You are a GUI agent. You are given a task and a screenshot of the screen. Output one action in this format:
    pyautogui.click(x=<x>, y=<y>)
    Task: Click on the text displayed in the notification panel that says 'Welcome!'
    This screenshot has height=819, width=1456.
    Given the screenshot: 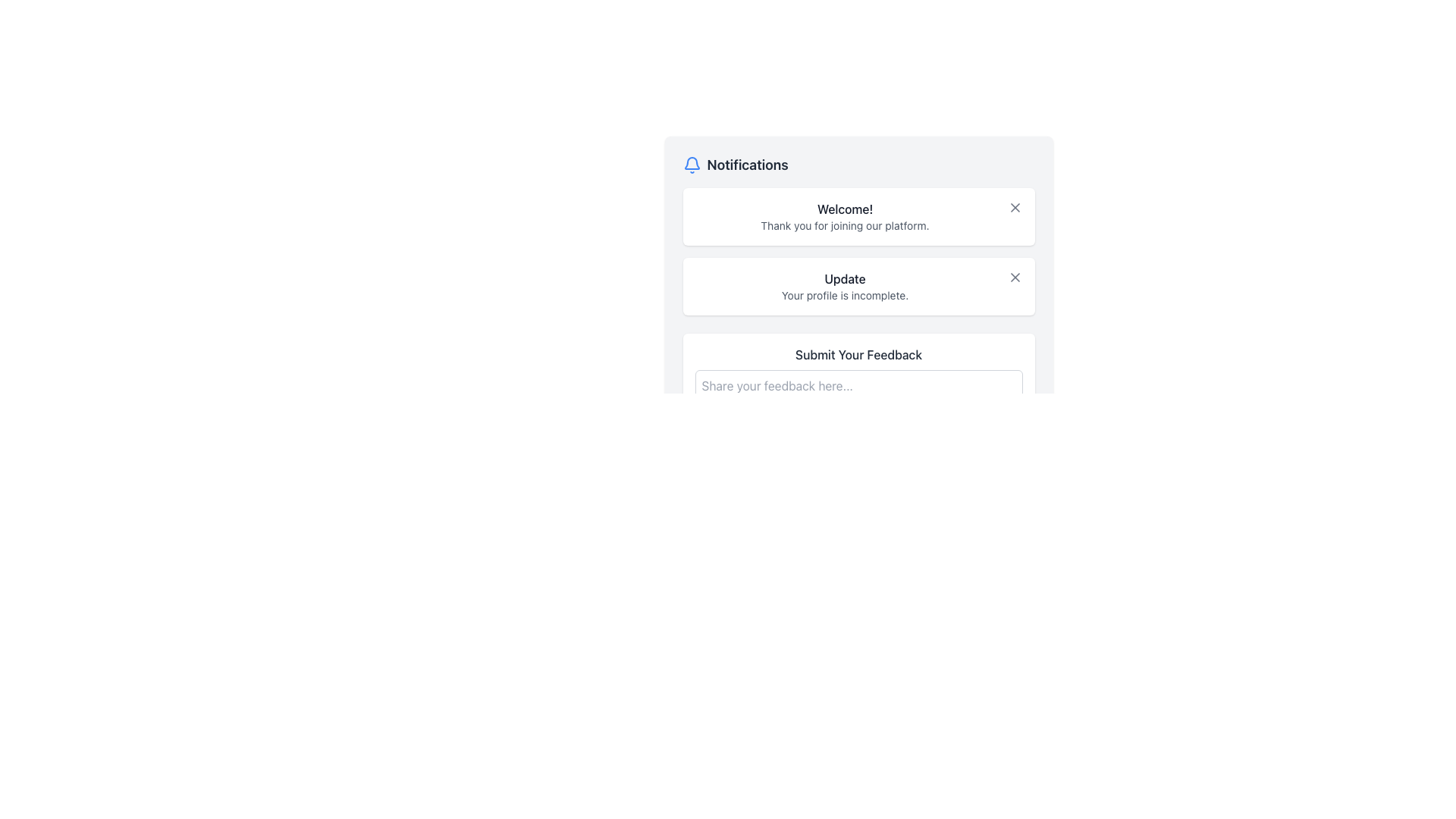 What is the action you would take?
    pyautogui.click(x=844, y=209)
    